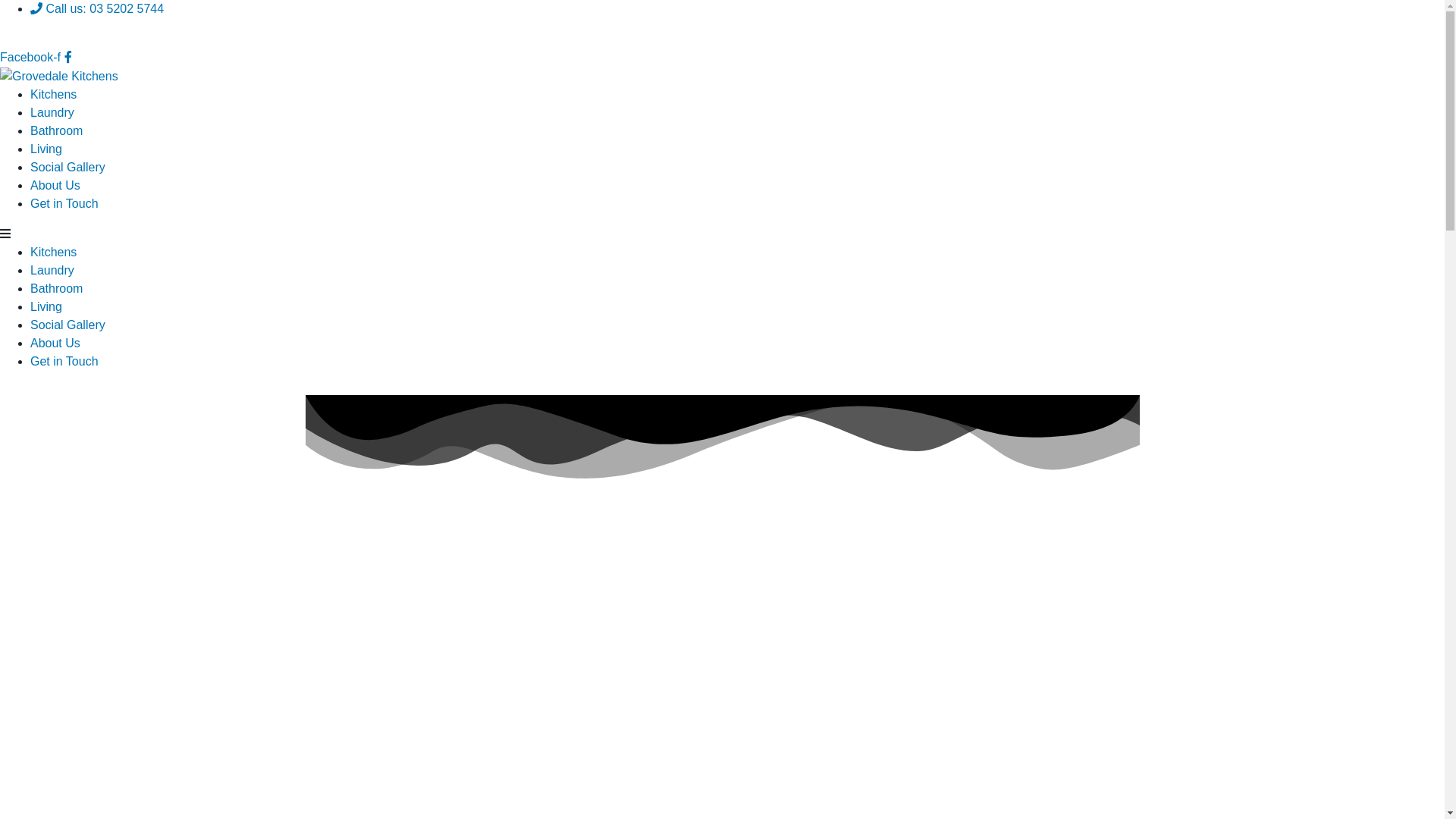 The width and height of the screenshot is (1456, 819). I want to click on 'Social Gallery', so click(67, 167).